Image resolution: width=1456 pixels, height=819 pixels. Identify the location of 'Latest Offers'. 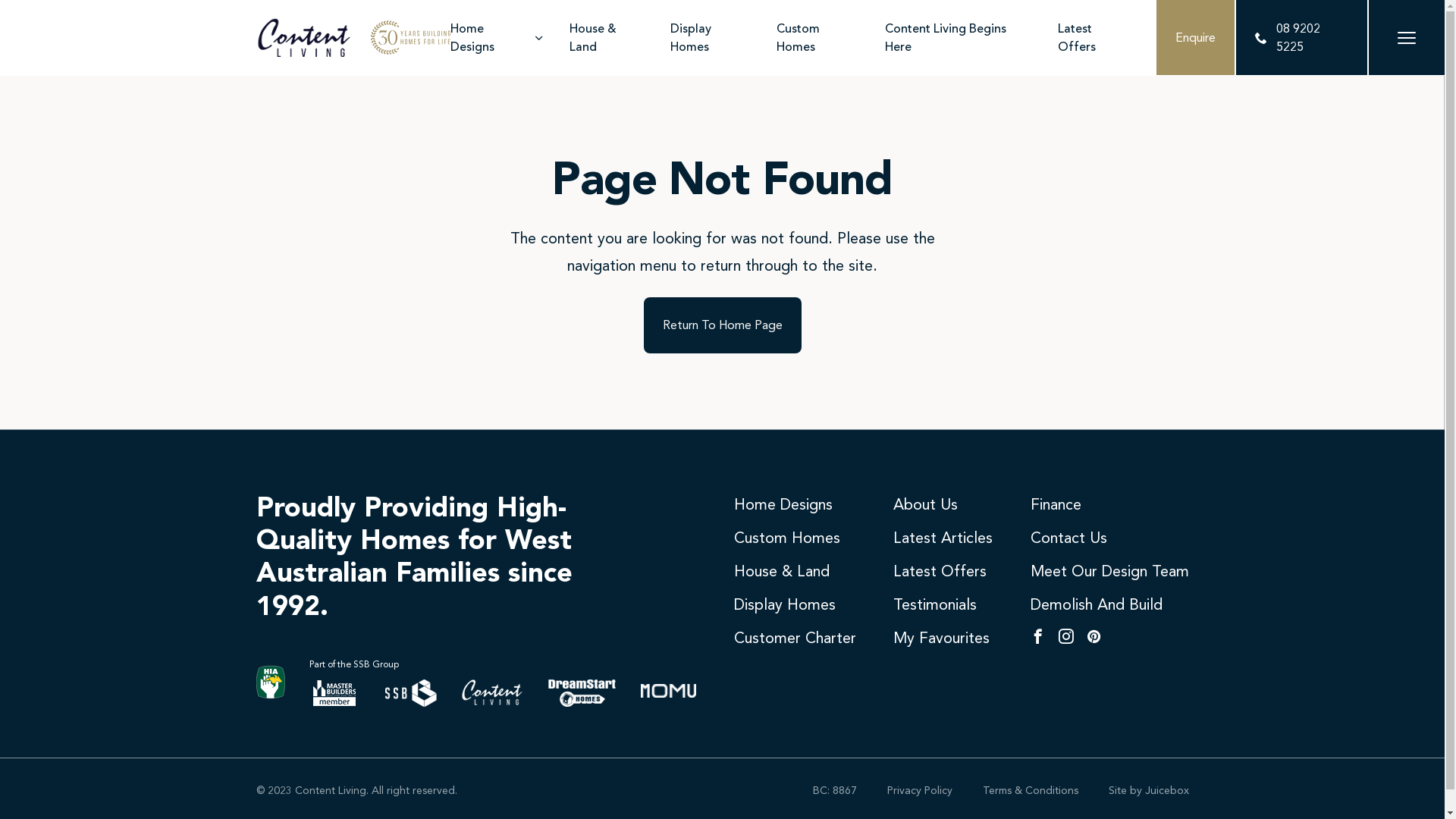
(1095, 37).